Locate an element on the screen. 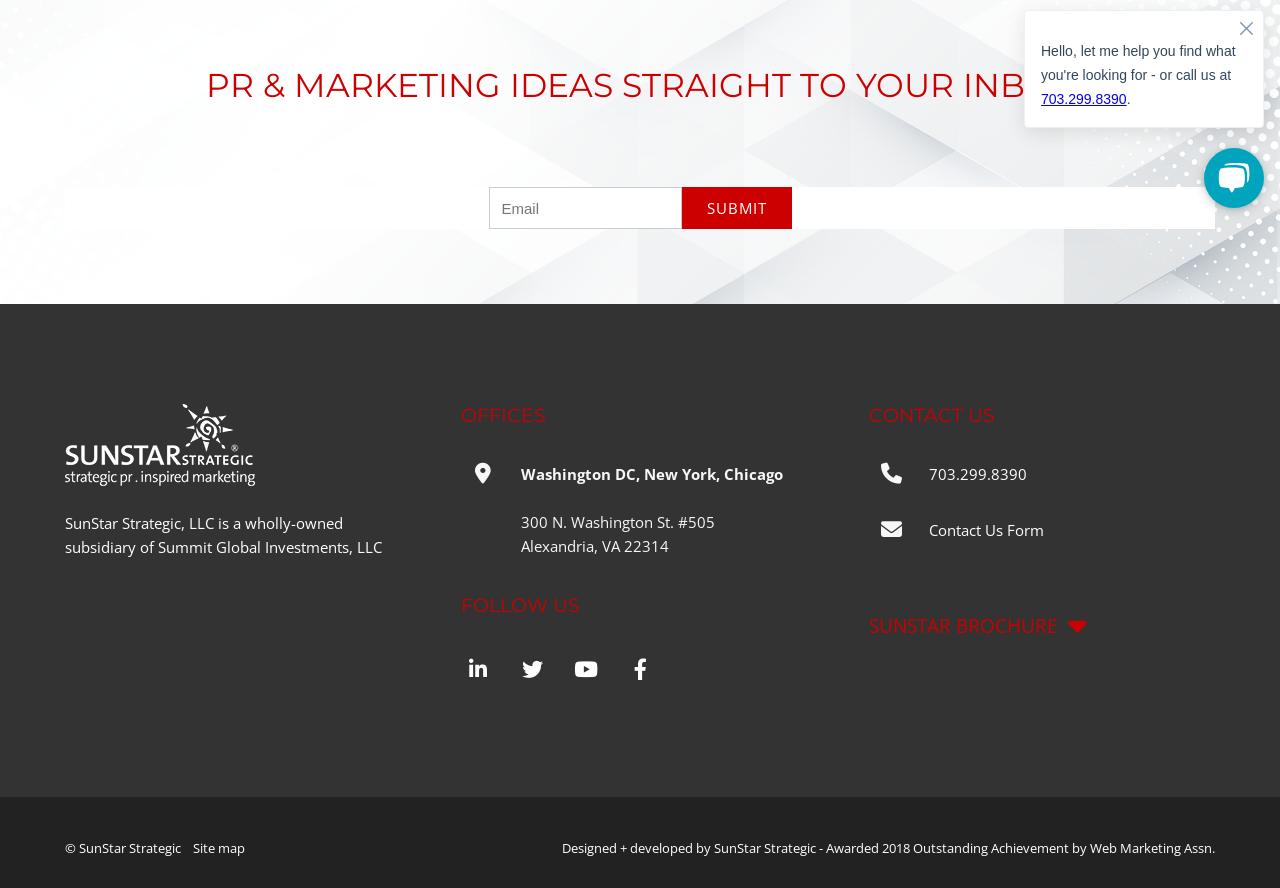  'SunStar Strategic, LLC is a wholly-owned subsidiary of Summit Global Investments, LLC' is located at coordinates (223, 534).